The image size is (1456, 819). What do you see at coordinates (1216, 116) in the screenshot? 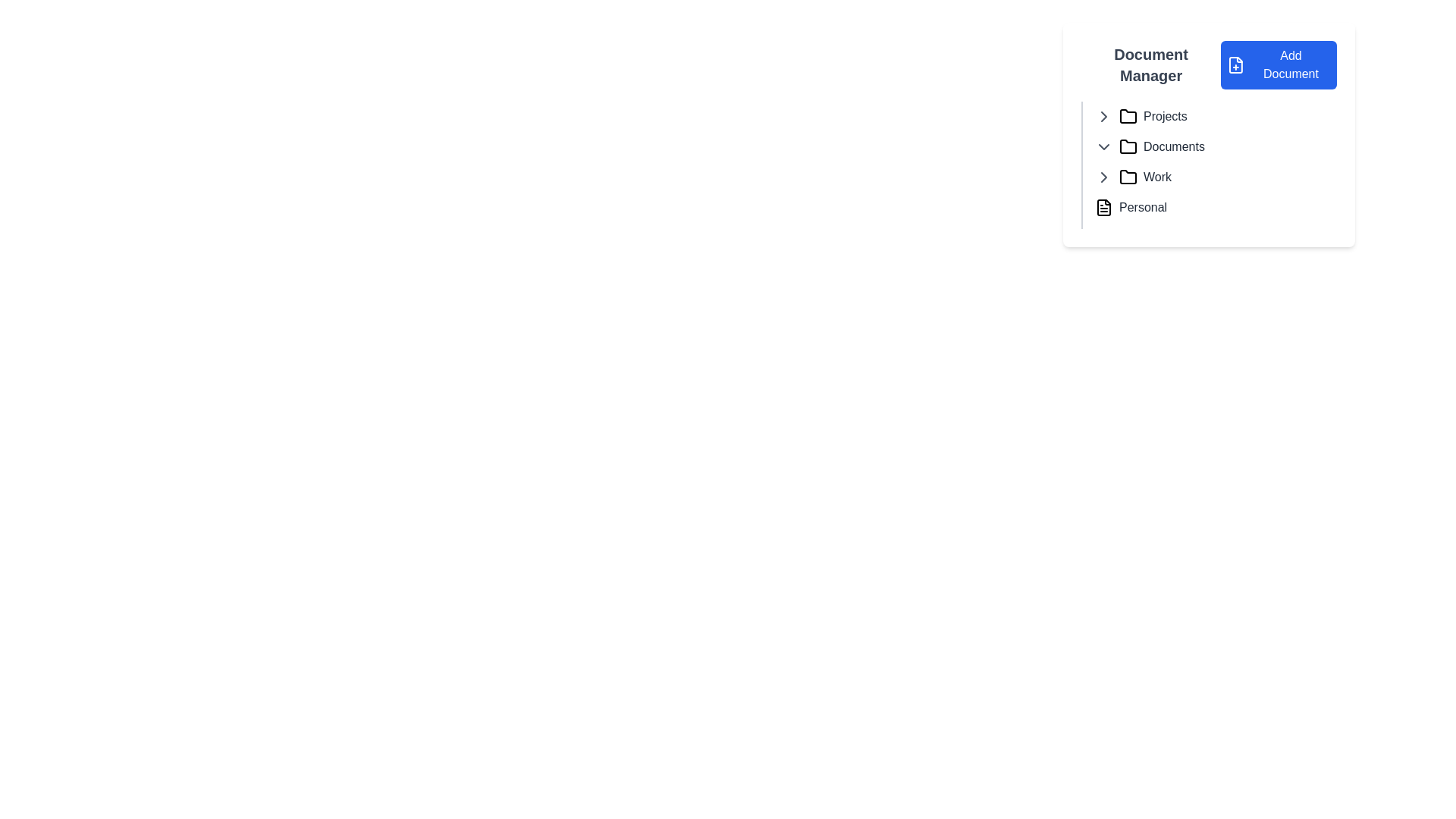
I see `the 'Projects' collapsible menu item in the sidebar` at bounding box center [1216, 116].